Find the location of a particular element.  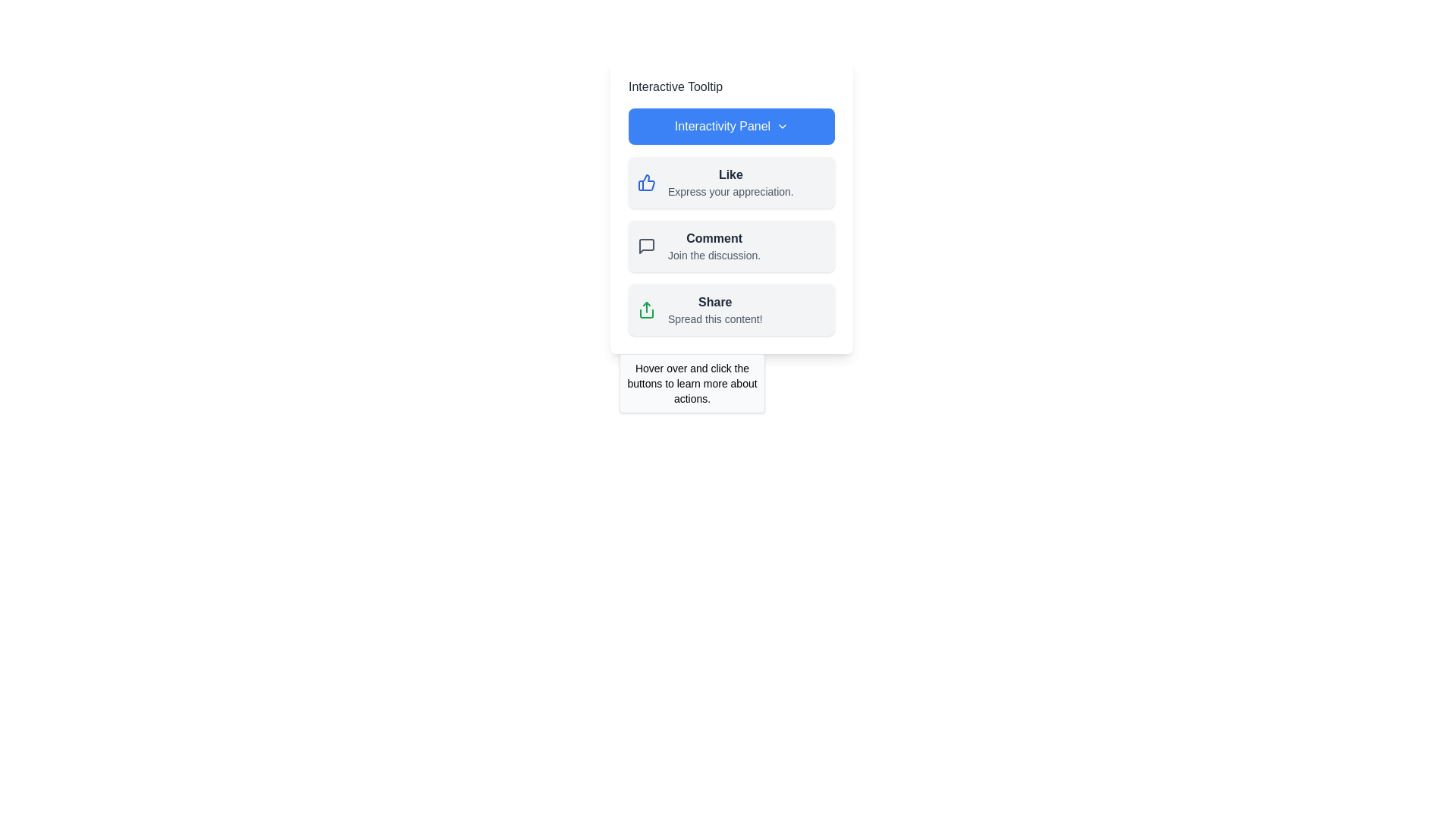

the topmost button in the 'Interactive Tooltip' group is located at coordinates (731, 125).